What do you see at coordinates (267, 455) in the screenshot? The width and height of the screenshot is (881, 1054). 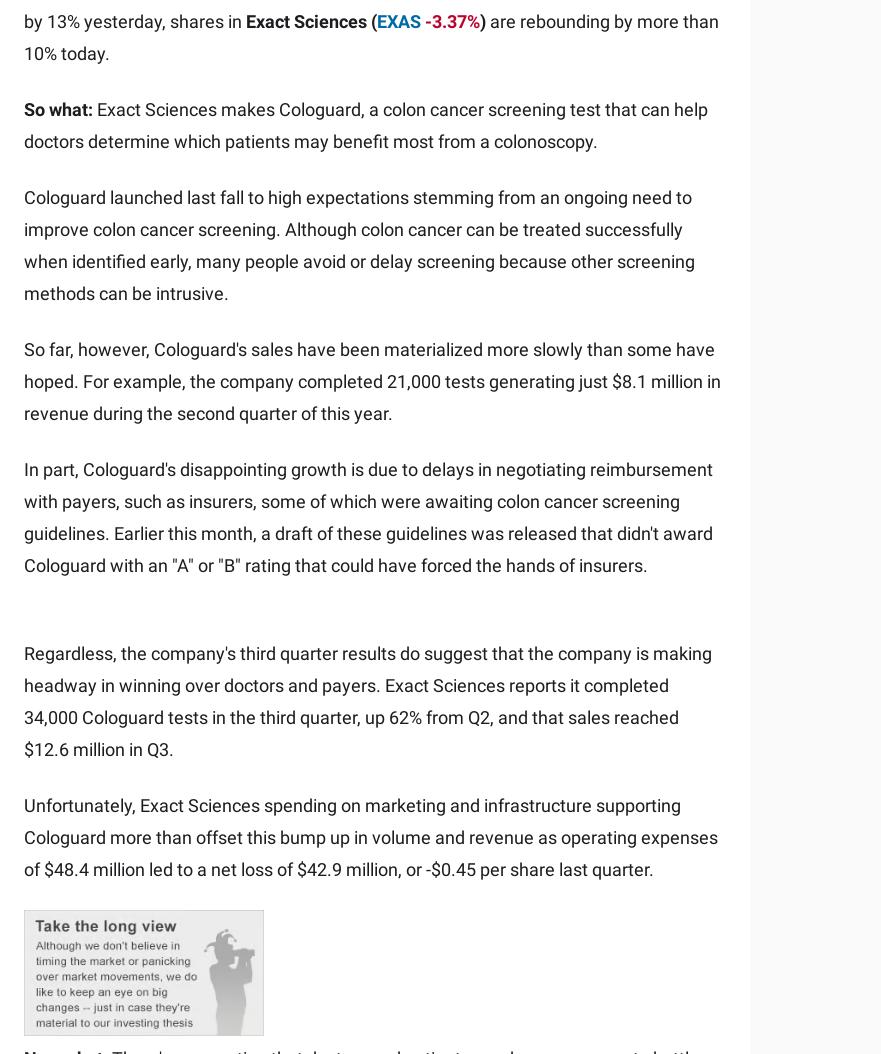 I see `'Our Services'` at bounding box center [267, 455].